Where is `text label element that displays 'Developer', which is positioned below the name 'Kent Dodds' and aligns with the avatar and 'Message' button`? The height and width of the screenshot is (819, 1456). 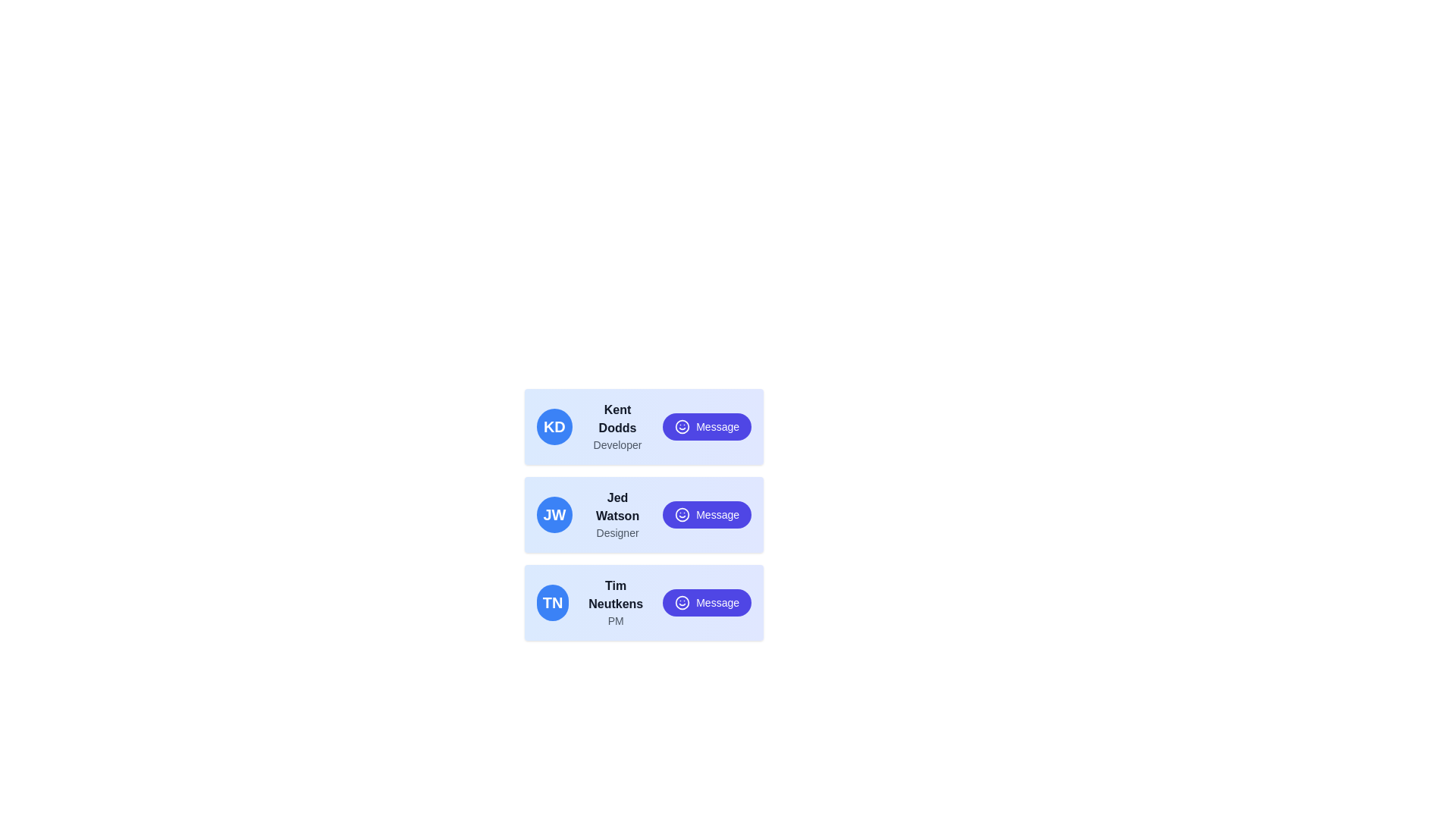 text label element that displays 'Developer', which is positioned below the name 'Kent Dodds' and aligns with the avatar and 'Message' button is located at coordinates (617, 444).